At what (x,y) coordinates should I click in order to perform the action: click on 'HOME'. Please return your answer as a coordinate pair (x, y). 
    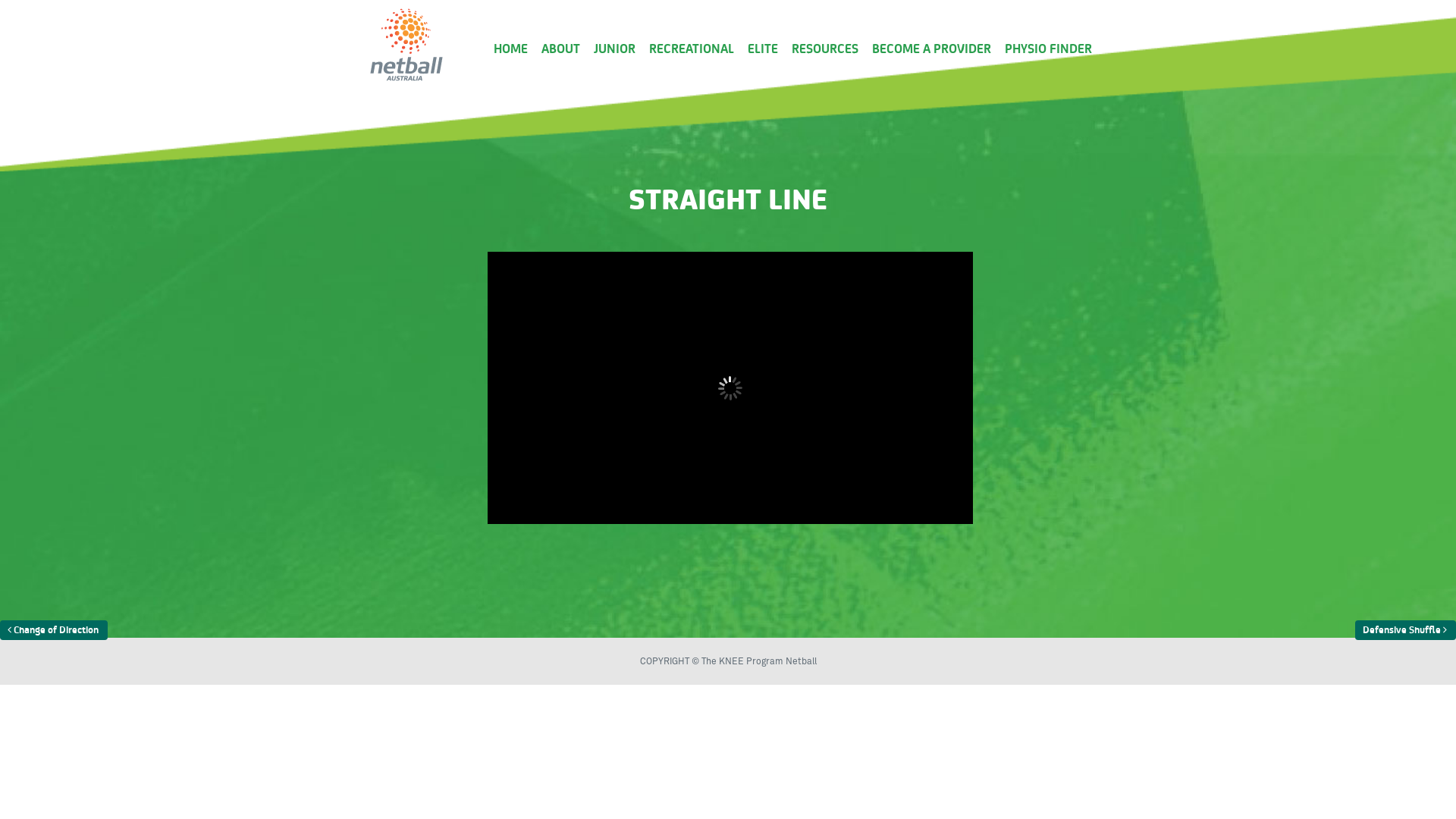
    Looking at the image, I should click on (479, 48).